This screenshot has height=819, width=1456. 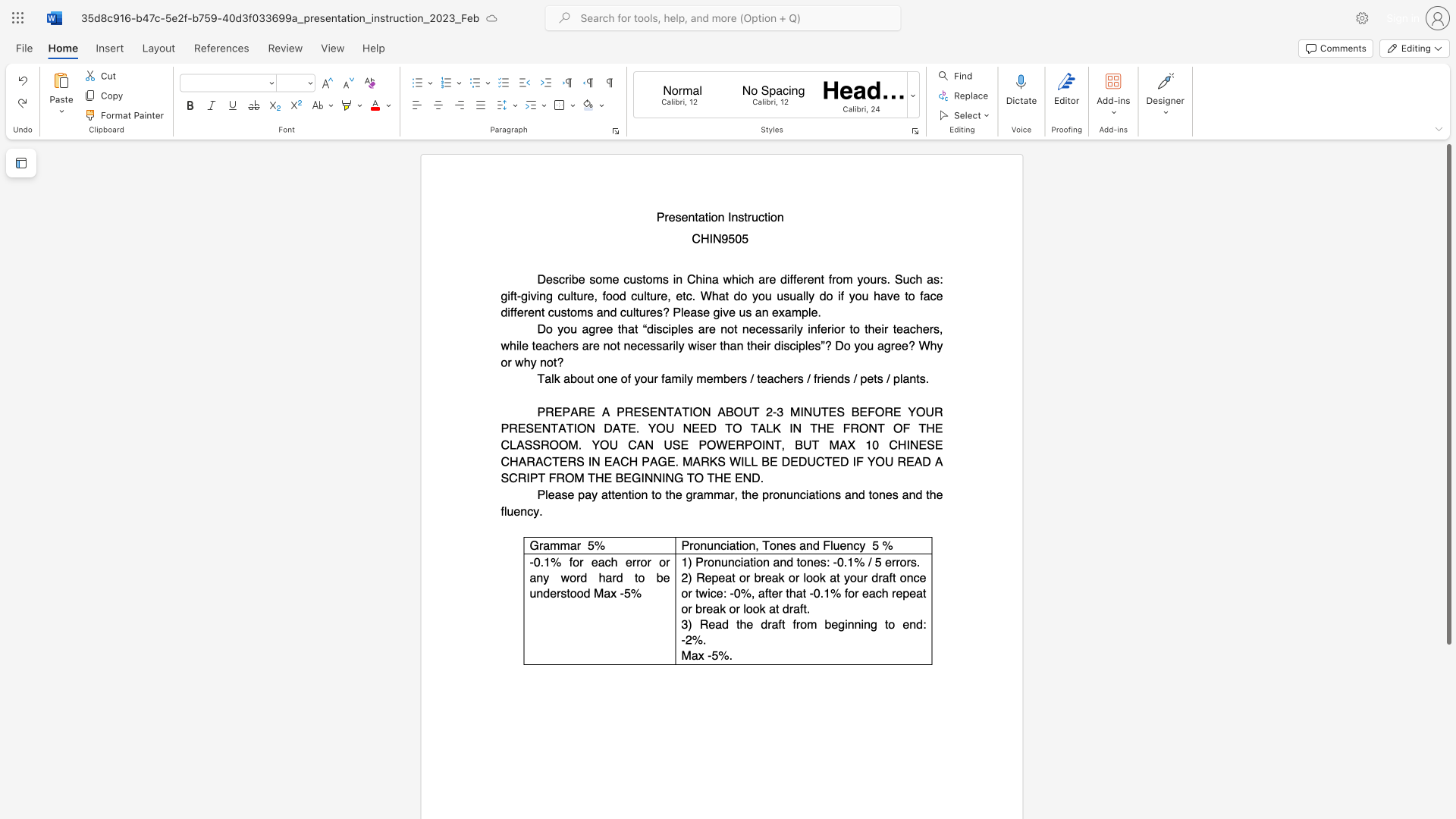 What do you see at coordinates (843, 561) in the screenshot?
I see `the subset text ".1% /" within the text "1) Pronunciation and tones: -0.1% / 5 errors."` at bounding box center [843, 561].